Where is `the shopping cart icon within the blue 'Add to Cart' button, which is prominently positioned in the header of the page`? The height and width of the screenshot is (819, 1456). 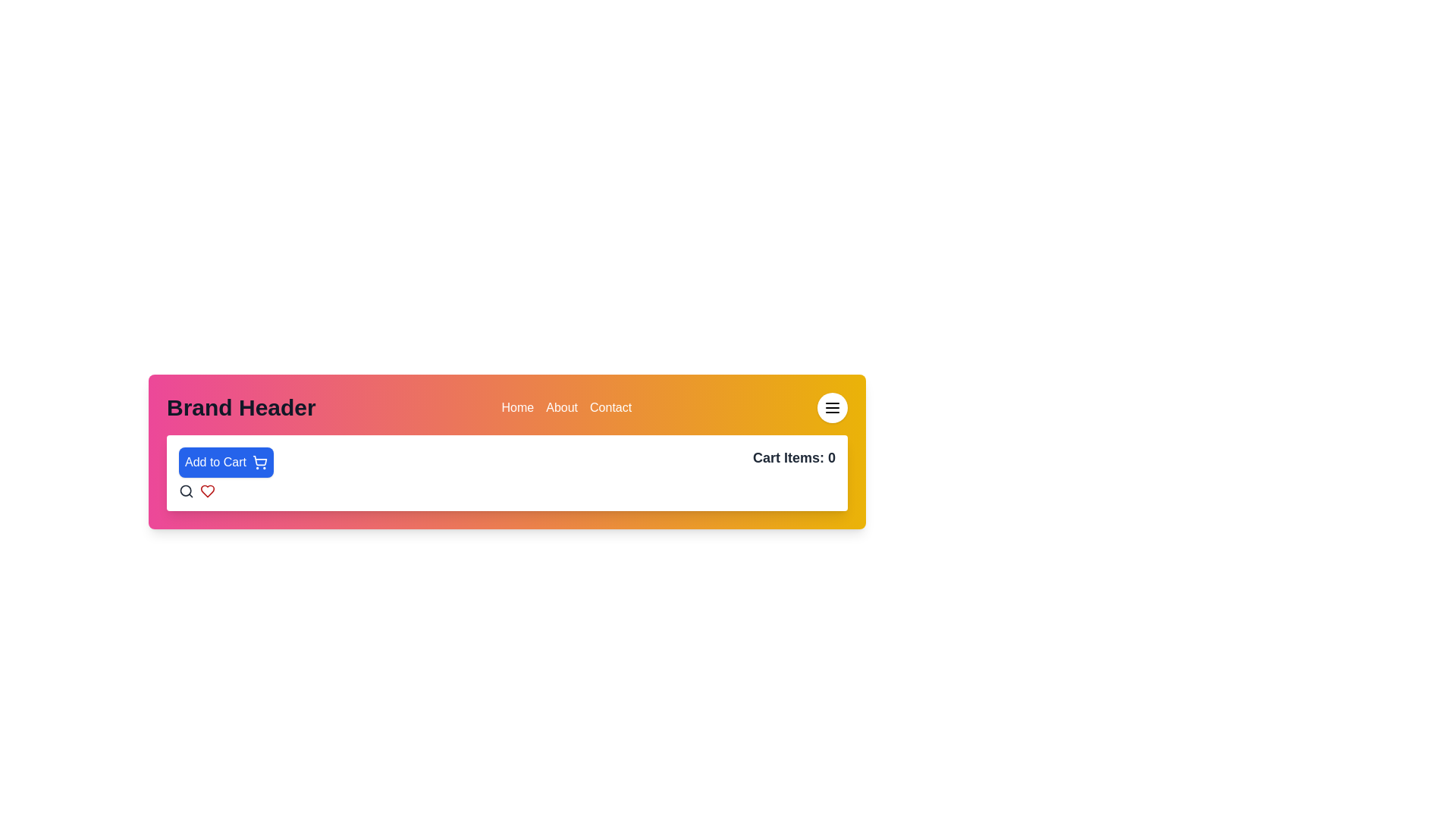 the shopping cart icon within the blue 'Add to Cart' button, which is prominently positioned in the header of the page is located at coordinates (259, 460).